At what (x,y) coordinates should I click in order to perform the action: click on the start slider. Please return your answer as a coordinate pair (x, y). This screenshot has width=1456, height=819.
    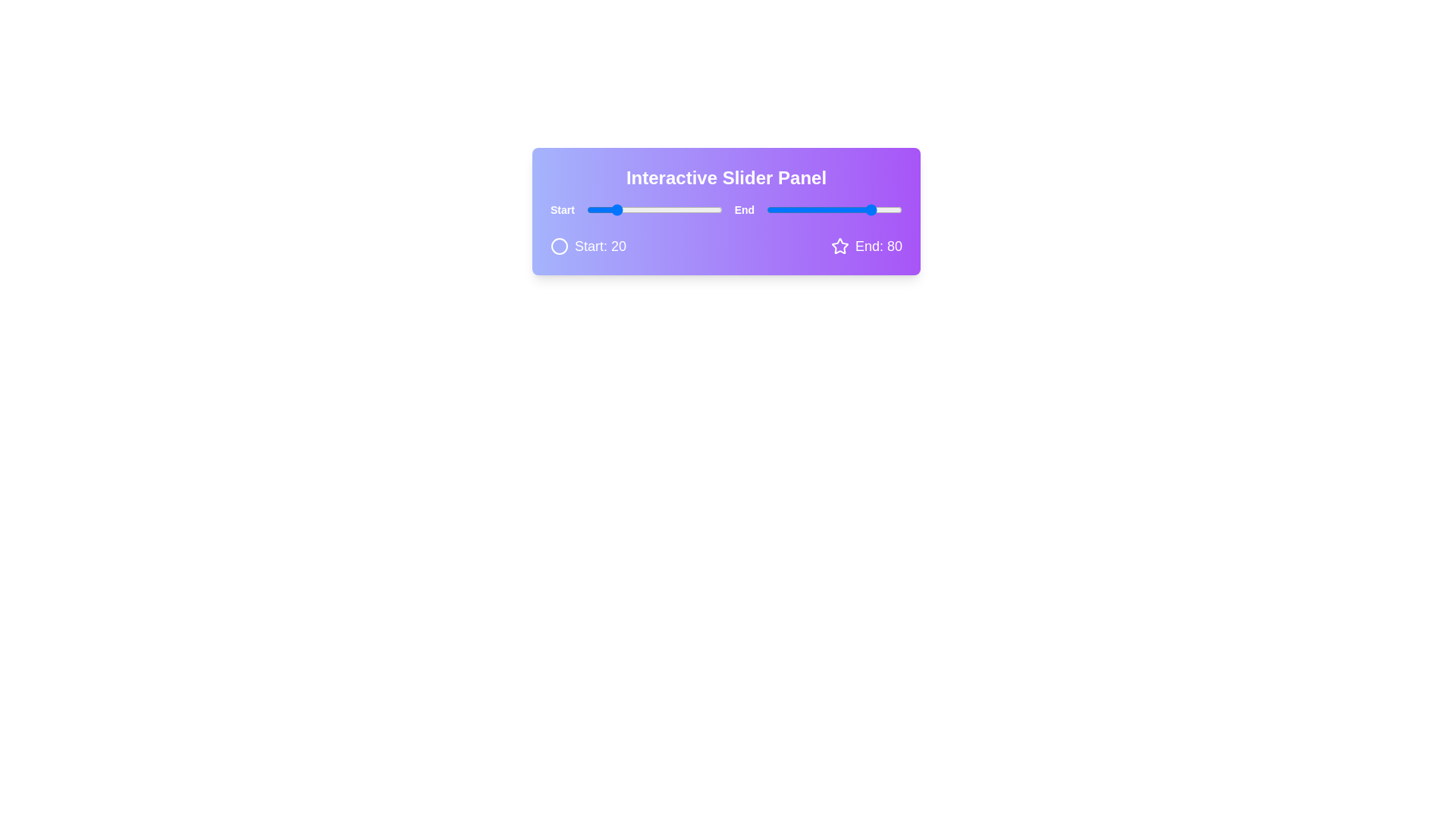
    Looking at the image, I should click on (661, 210).